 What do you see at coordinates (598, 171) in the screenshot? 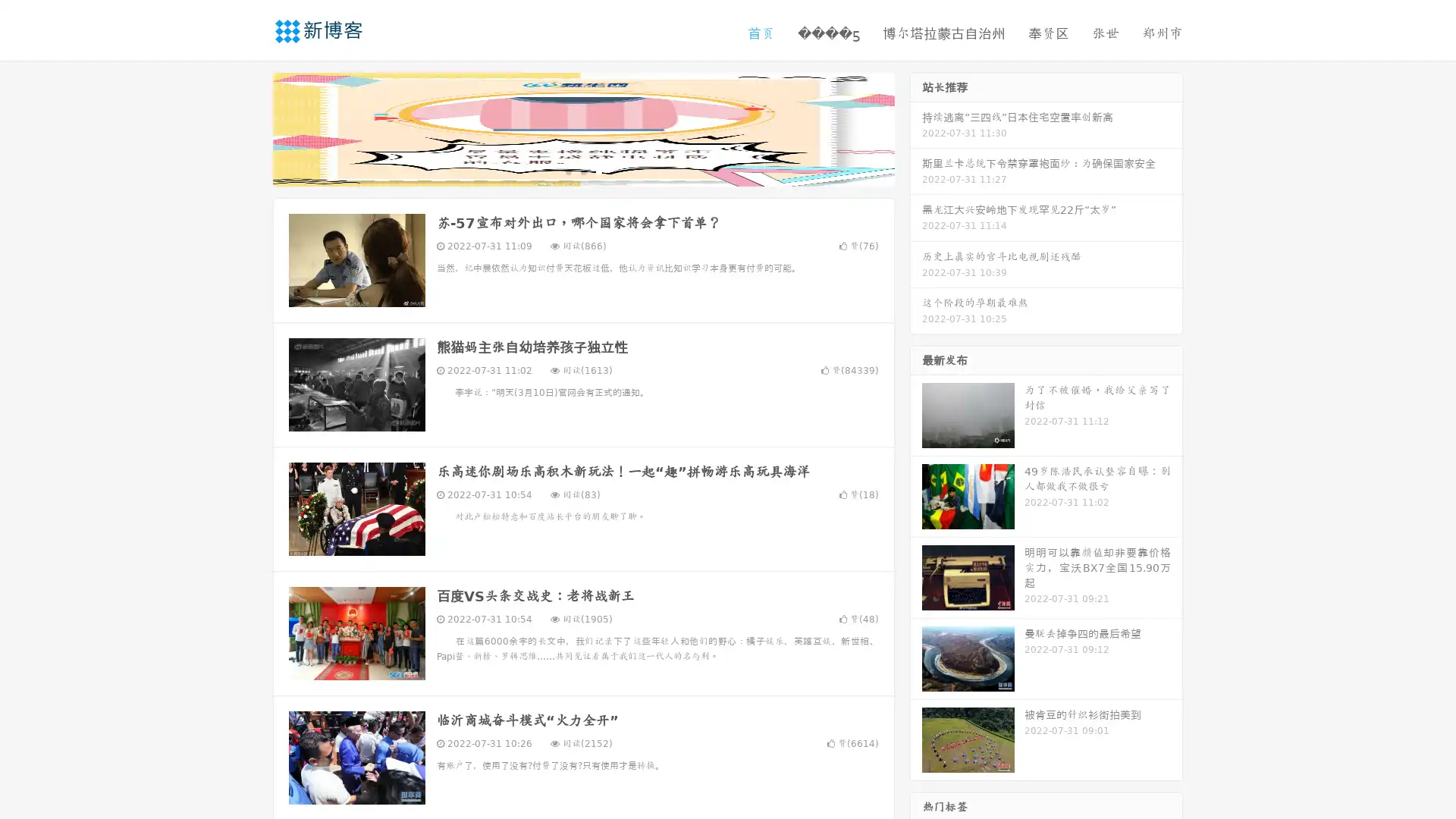
I see `Go to slide 3` at bounding box center [598, 171].